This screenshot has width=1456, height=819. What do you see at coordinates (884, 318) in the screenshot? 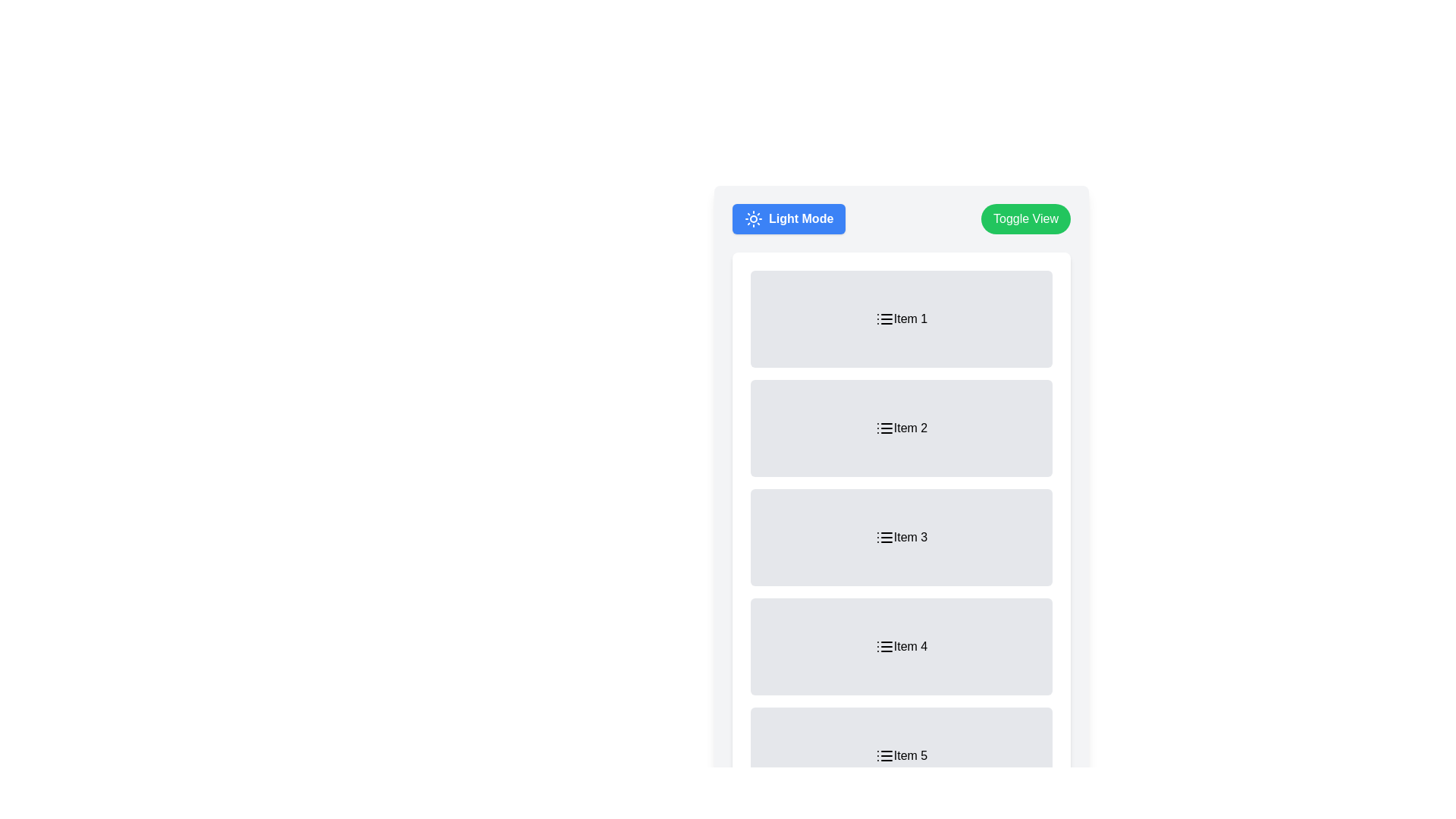
I see `the icon located at the left center of the 'Item 1' card` at bounding box center [884, 318].